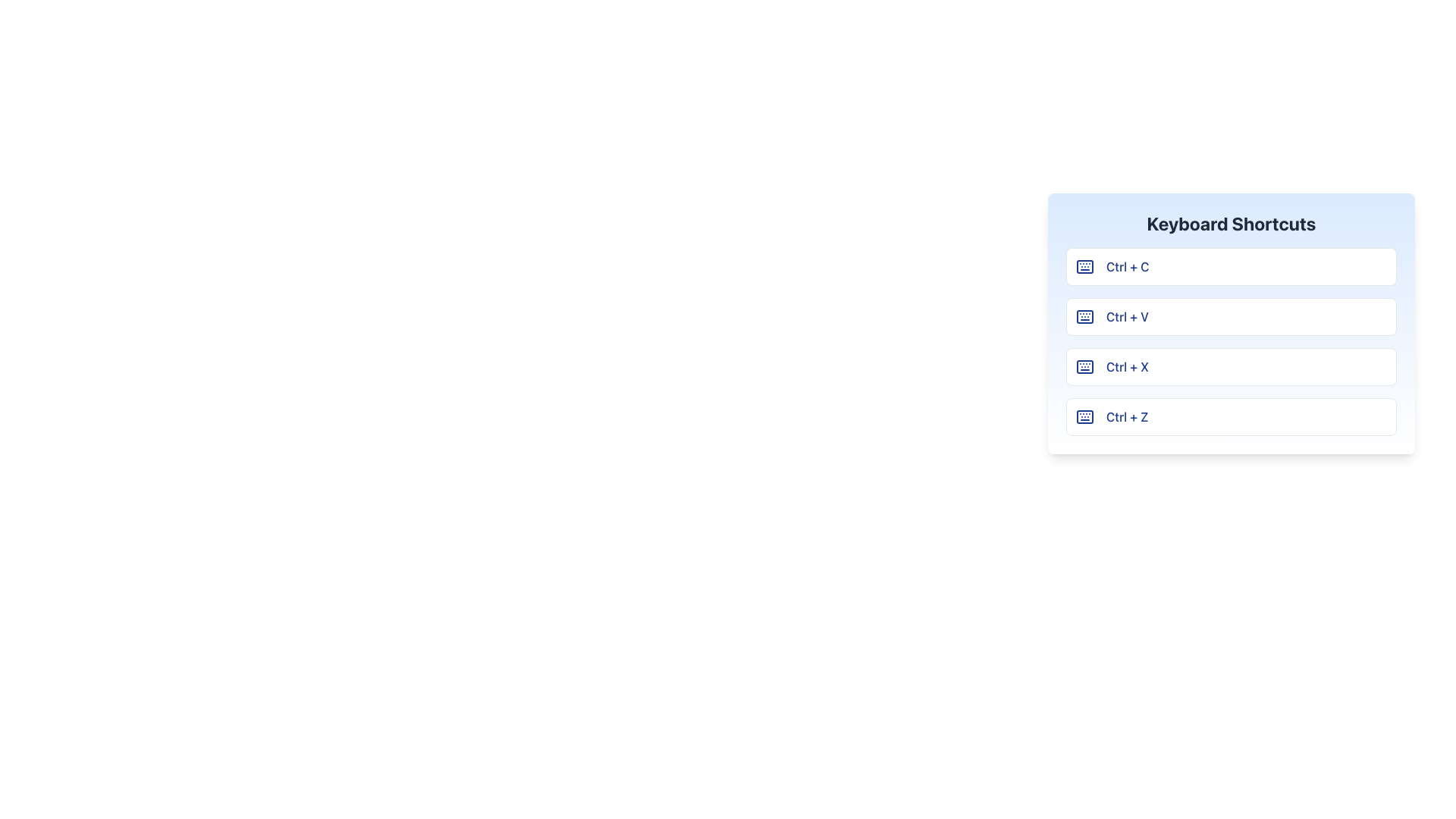 This screenshot has width=1456, height=819. What do you see at coordinates (1084, 315) in the screenshot?
I see `the icon that signifies the keyboard shortcut 'Ctrl + V', located in the rectangular box labeled 'Ctrl + V'` at bounding box center [1084, 315].